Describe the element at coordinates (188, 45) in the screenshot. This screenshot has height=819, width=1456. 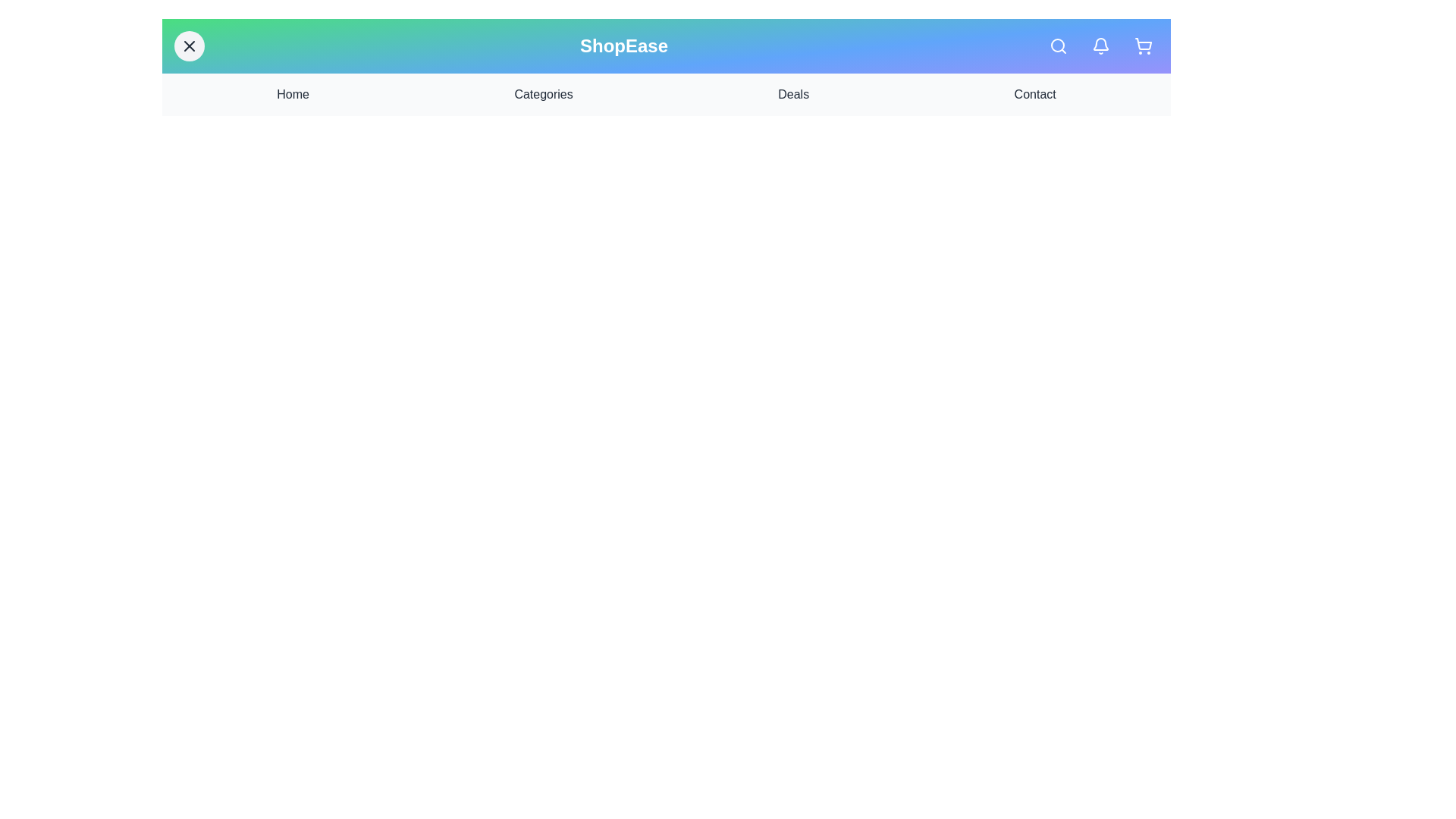
I see `the menu button to toggle the navigation menu visibility` at that location.